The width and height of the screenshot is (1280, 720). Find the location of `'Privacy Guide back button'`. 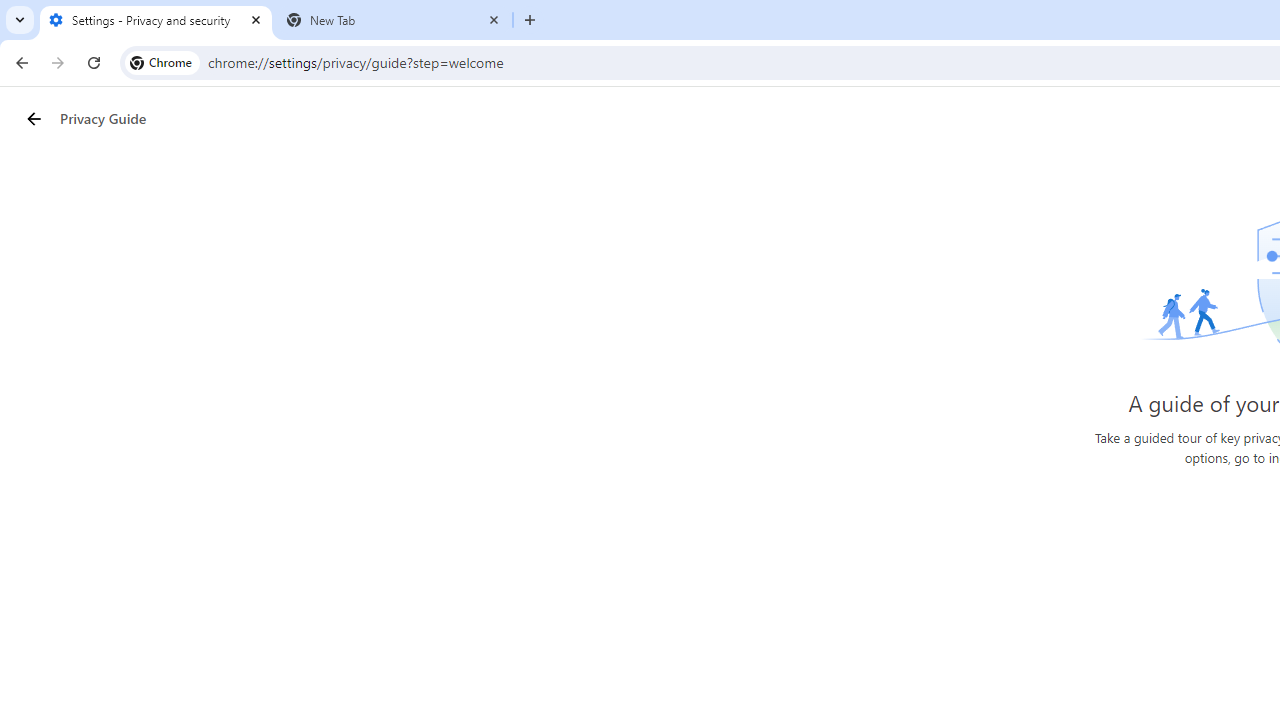

'Privacy Guide back button' is located at coordinates (33, 119).